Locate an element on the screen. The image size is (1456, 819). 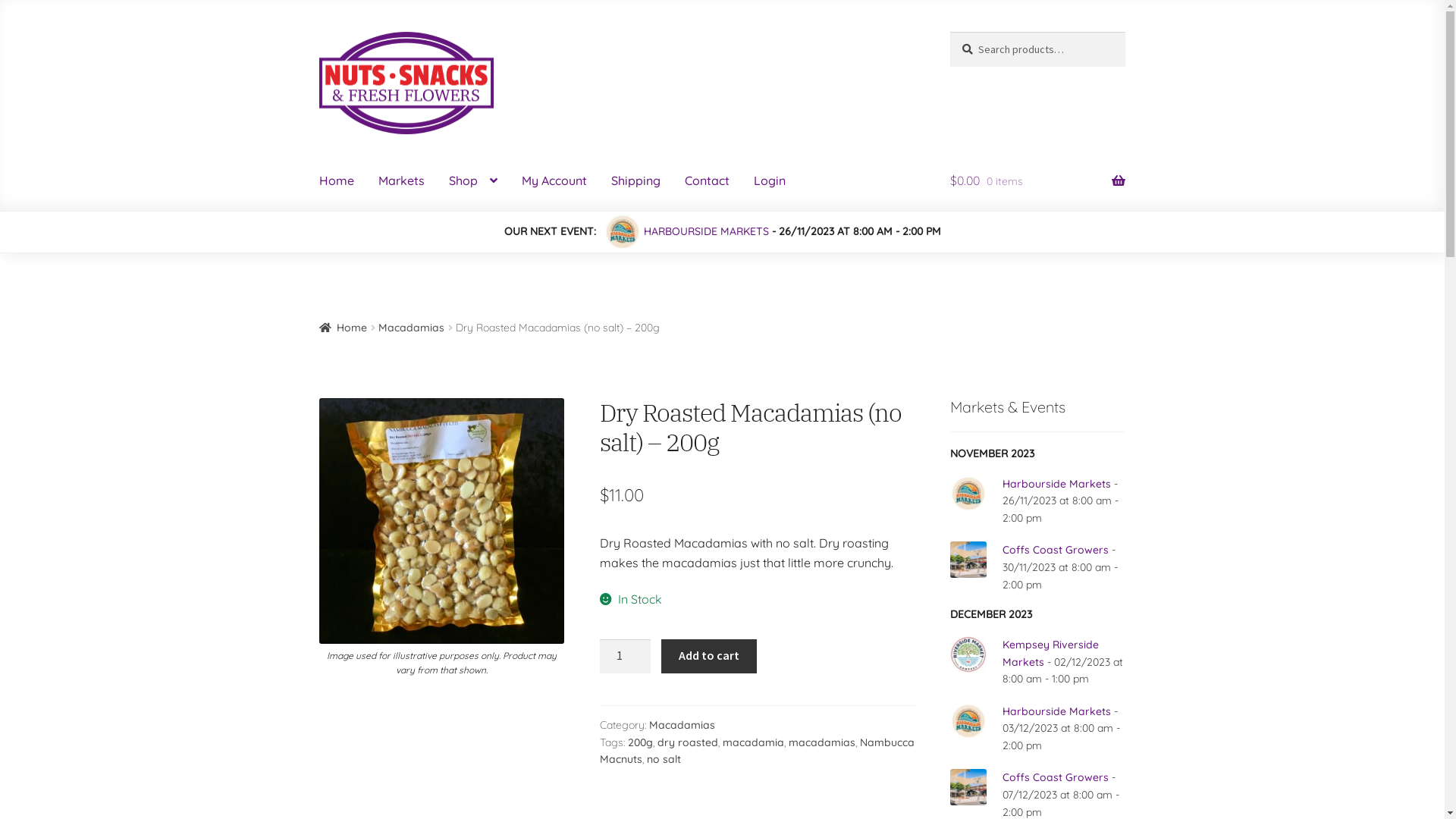
'no salt' is located at coordinates (664, 759).